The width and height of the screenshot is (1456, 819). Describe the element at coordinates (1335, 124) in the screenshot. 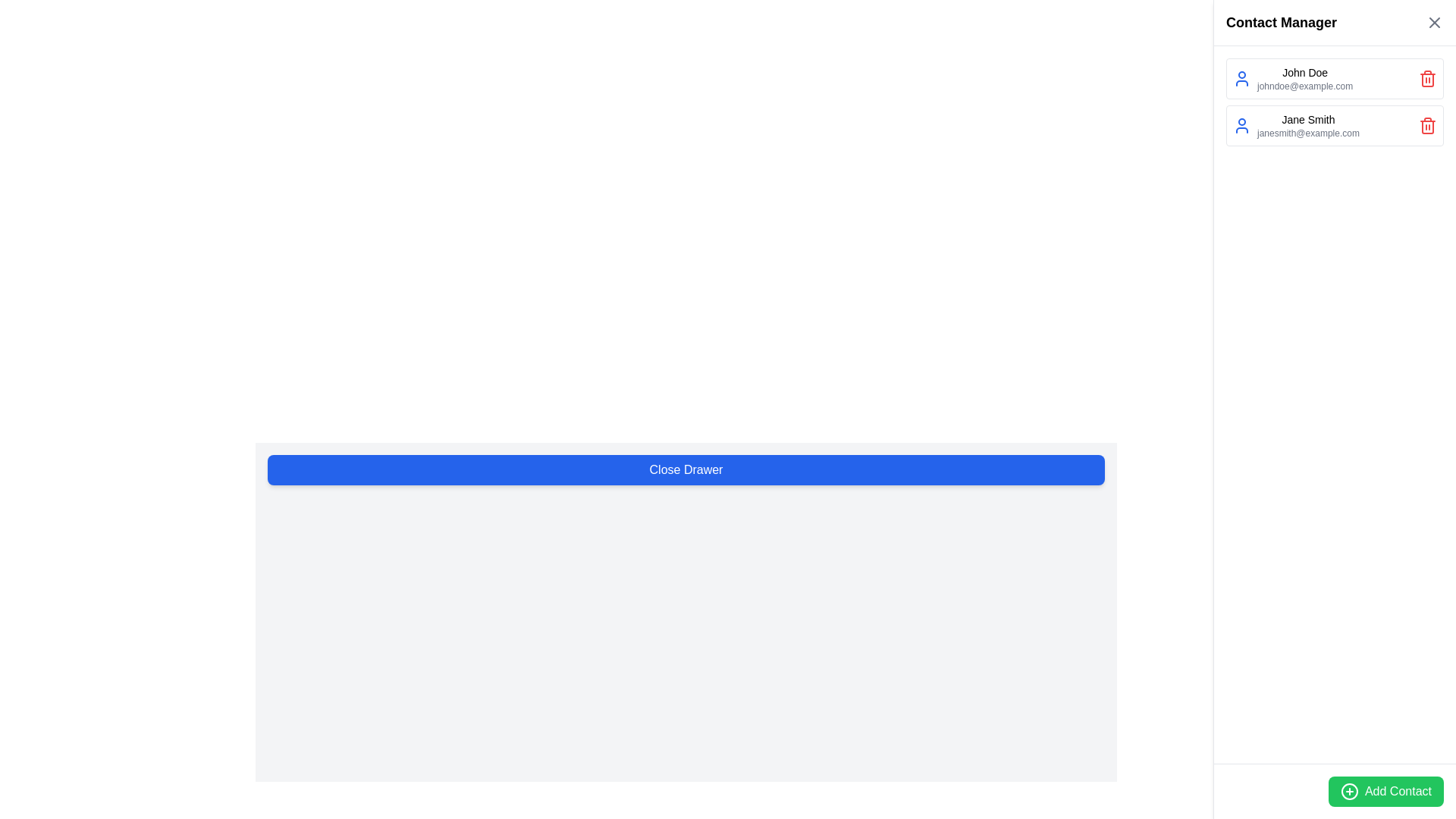

I see `the contact information card for 'Jane Smith'` at that location.